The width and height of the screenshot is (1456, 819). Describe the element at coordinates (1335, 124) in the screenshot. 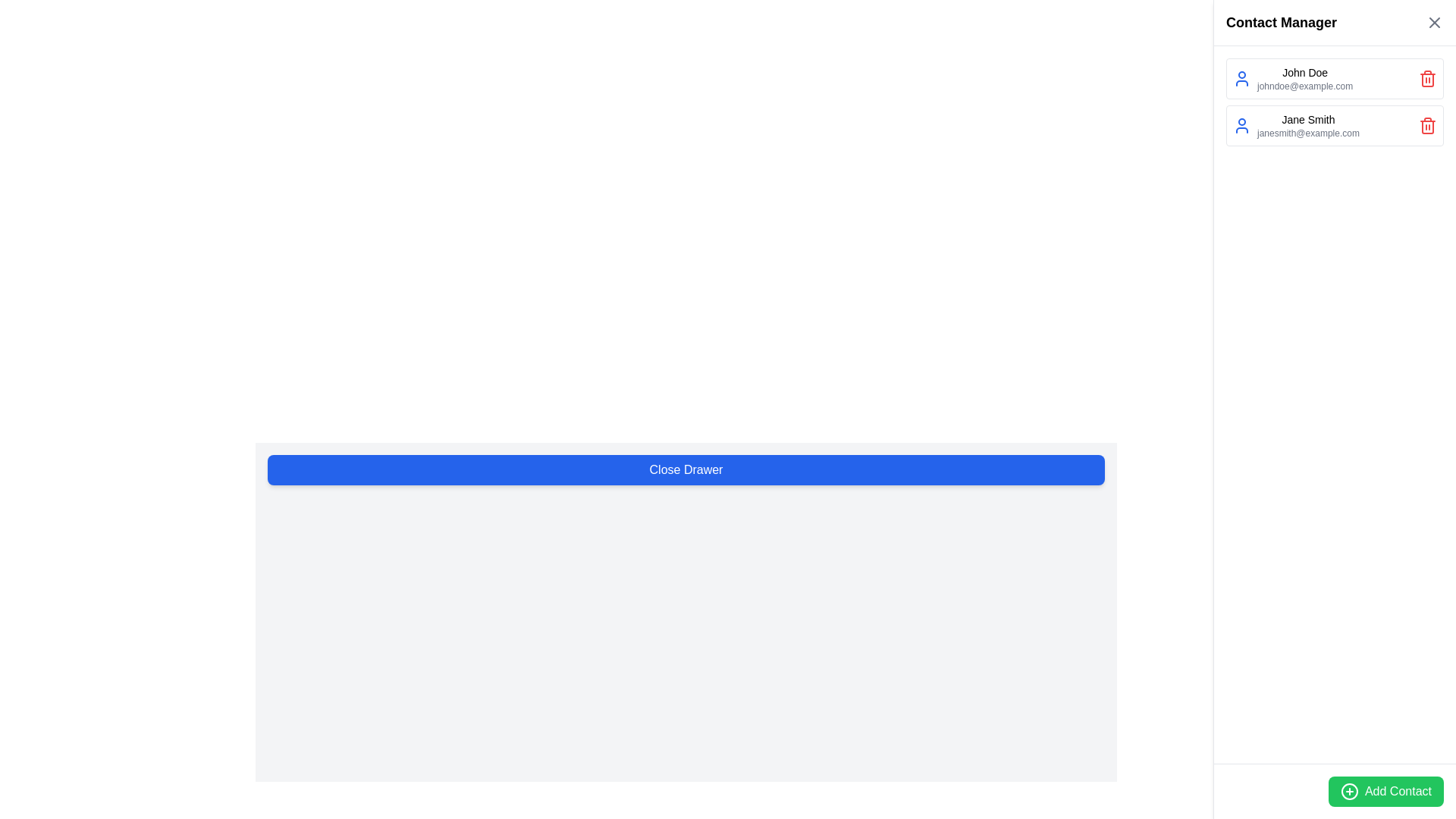

I see `the contact information card for 'Jane Smith'` at that location.